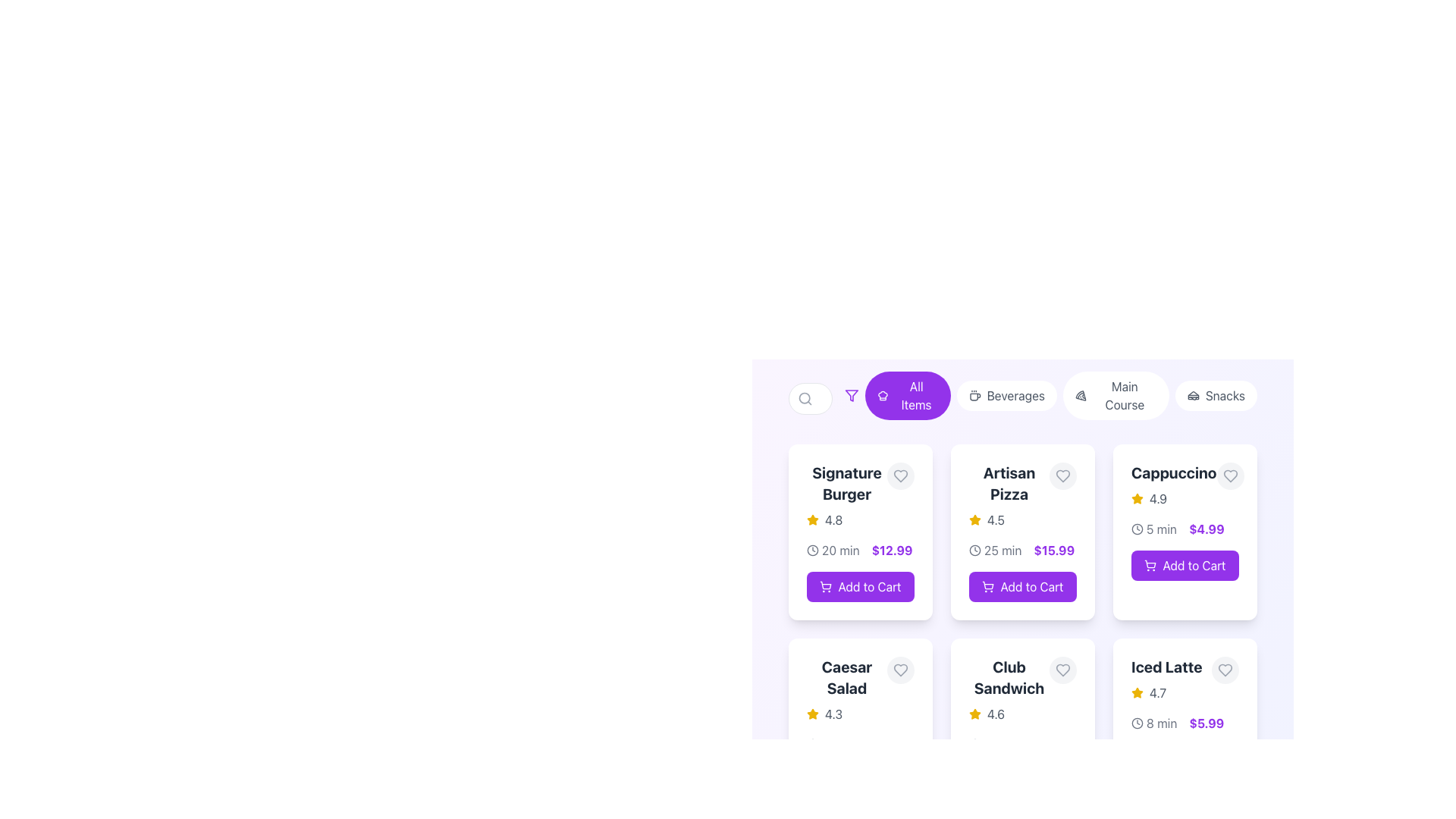 The width and height of the screenshot is (1456, 819). I want to click on the circular icon button with a heart outline located at the top-right corner of the card displaying 'Iced Latte', so click(1225, 669).